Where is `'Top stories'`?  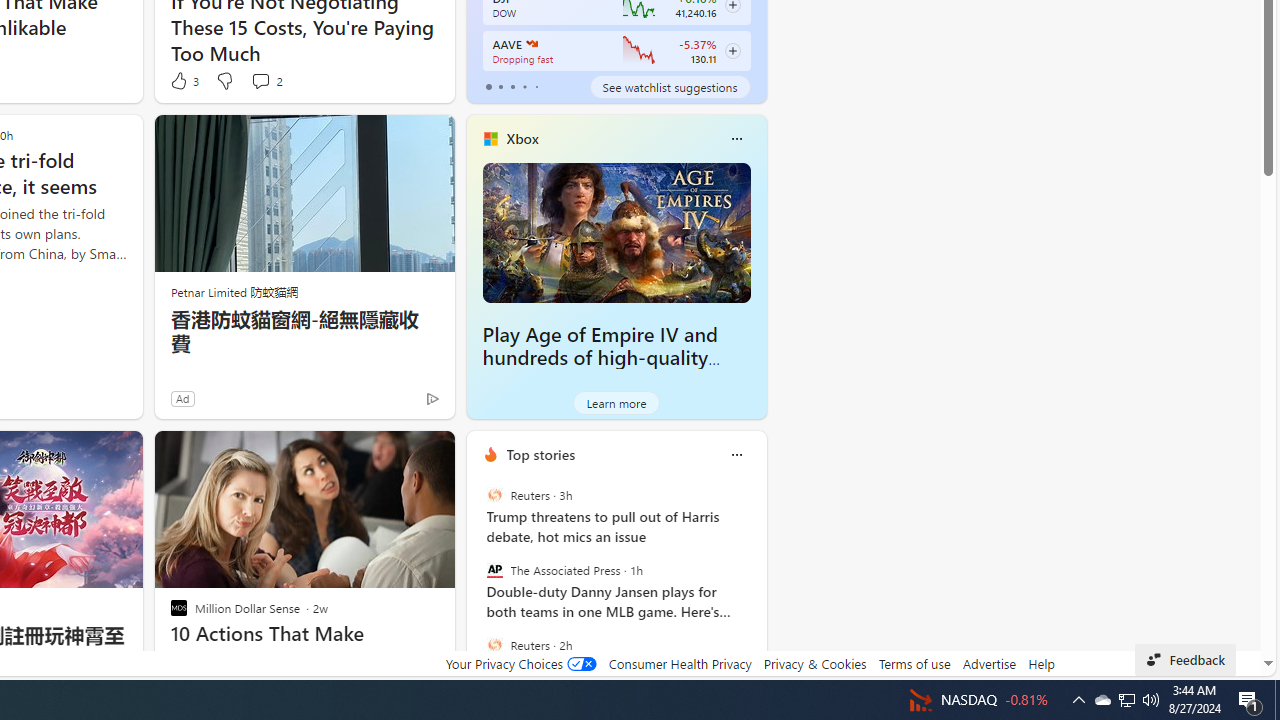 'Top stories' is located at coordinates (540, 454).